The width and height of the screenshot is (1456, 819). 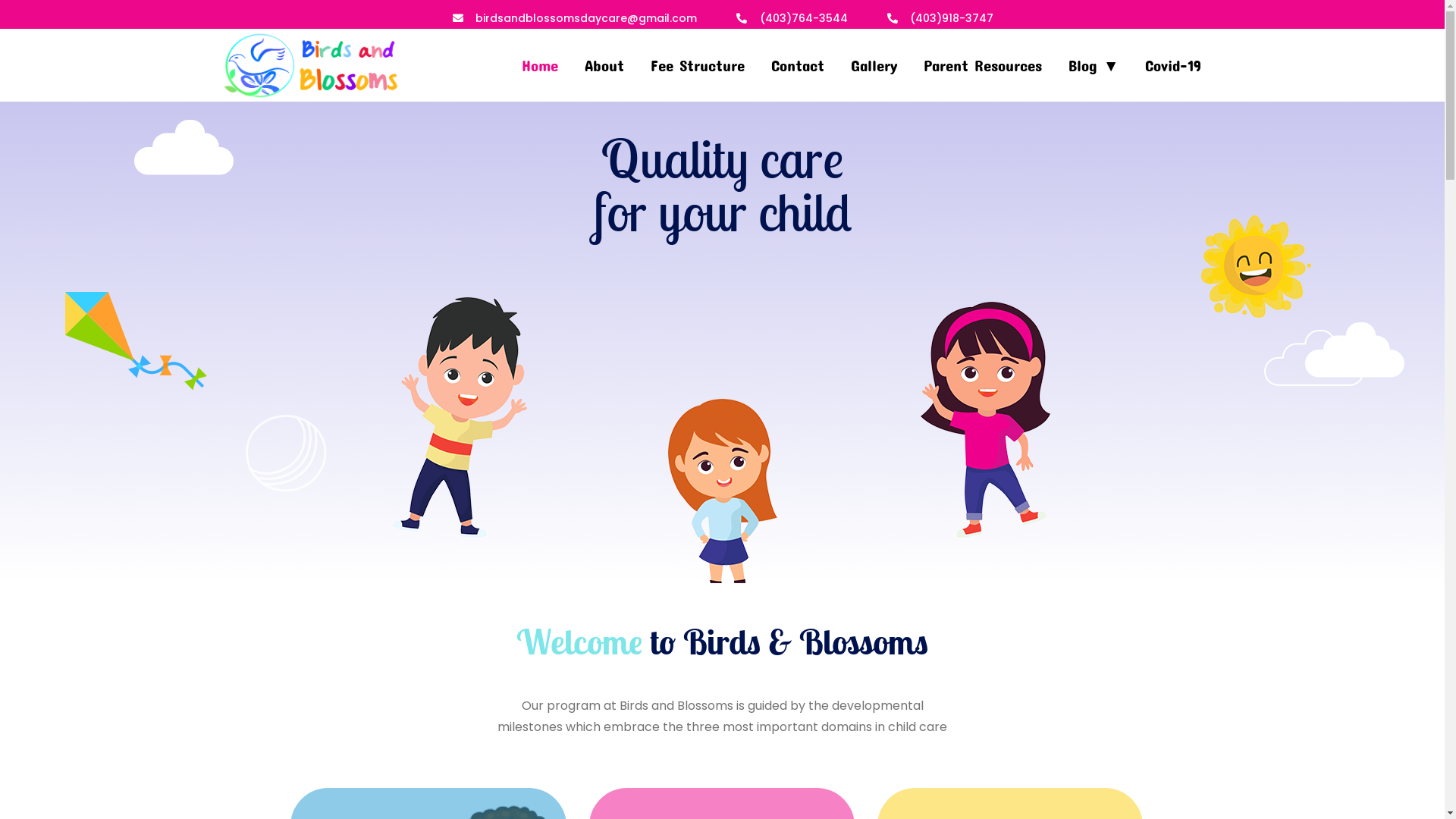 What do you see at coordinates (697, 61) in the screenshot?
I see `'Fee Structure'` at bounding box center [697, 61].